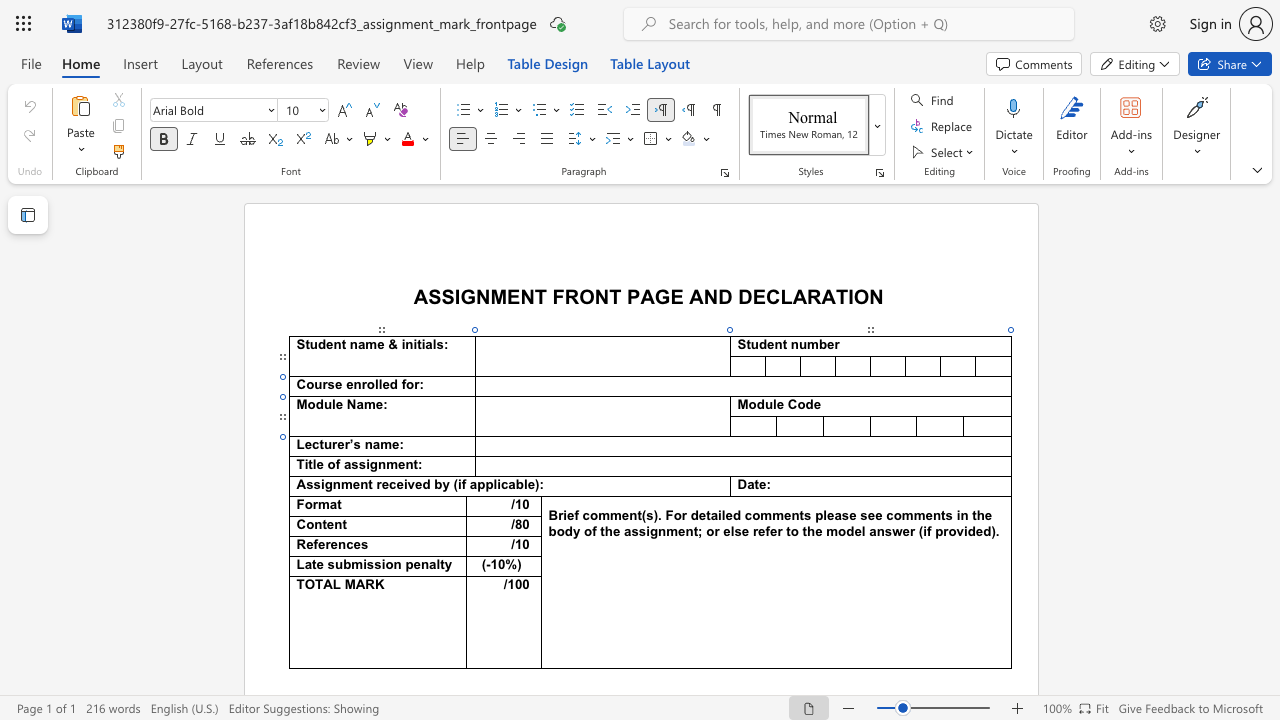 The image size is (1280, 720). I want to click on the space between the continuous character "R" and "K" in the text, so click(375, 585).